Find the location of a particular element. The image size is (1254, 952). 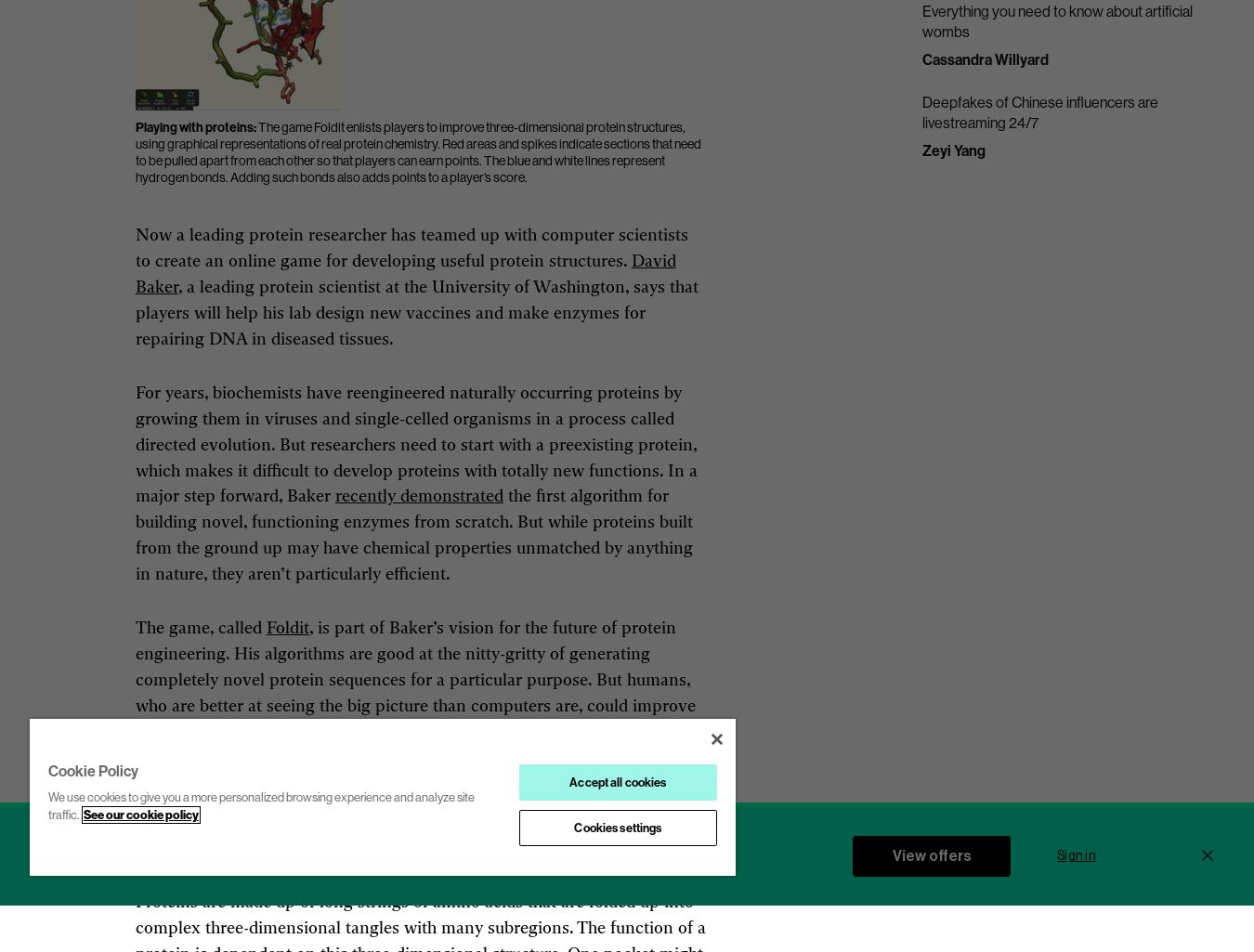

', is part of Baker’s vision for the future of protein engineering. His algorithms are good at the nitty-gritty of generating completely novel protein sequences for a particular purpose. But humans, who are better at seeing the big picture than computers are, could improve computer-designed proteins by playing the game.' is located at coordinates (414, 679).